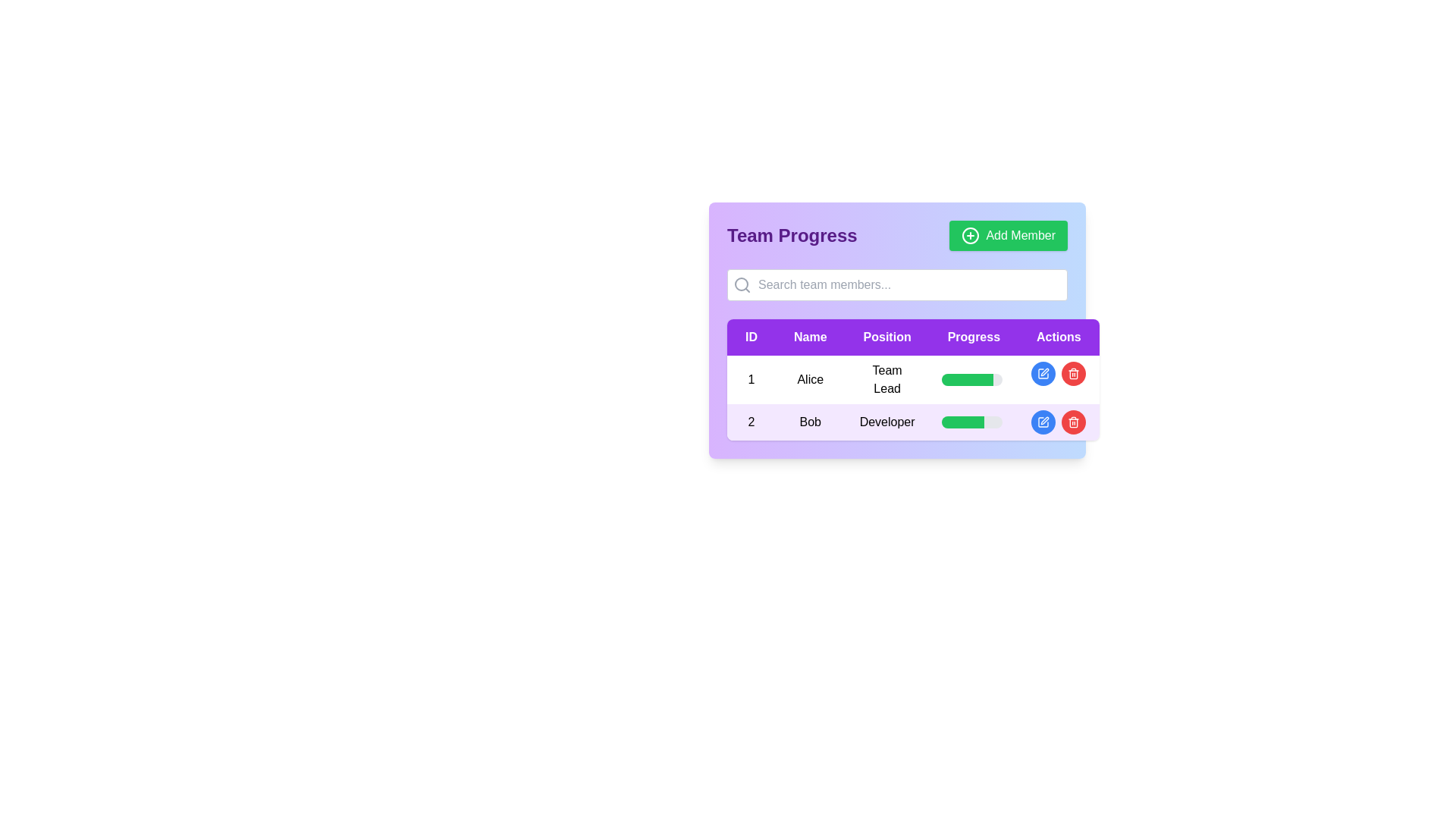 Image resolution: width=1456 pixels, height=819 pixels. What do you see at coordinates (809, 336) in the screenshot?
I see `the 'Name' table header cell, which has a vibrant purple background and white text` at bounding box center [809, 336].